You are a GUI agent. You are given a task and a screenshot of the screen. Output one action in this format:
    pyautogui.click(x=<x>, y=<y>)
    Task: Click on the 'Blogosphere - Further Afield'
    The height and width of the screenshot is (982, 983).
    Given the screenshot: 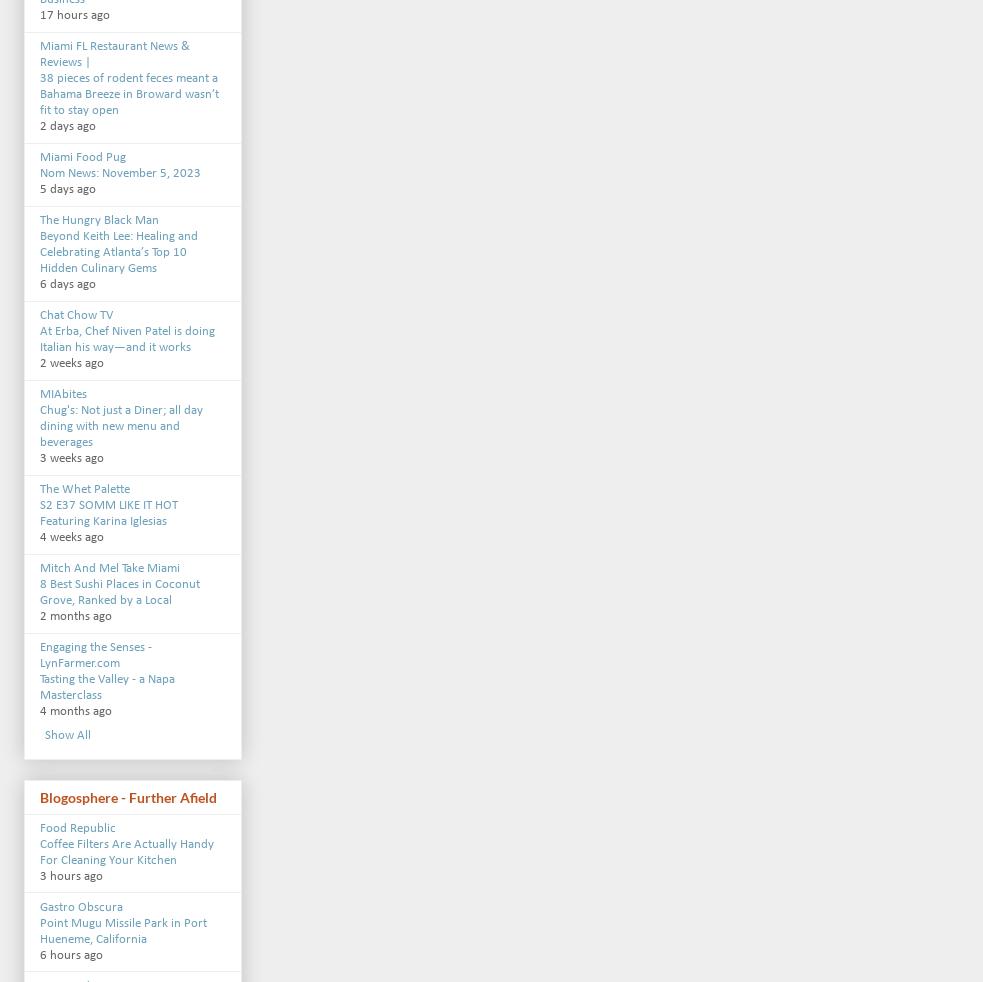 What is the action you would take?
    pyautogui.click(x=127, y=797)
    